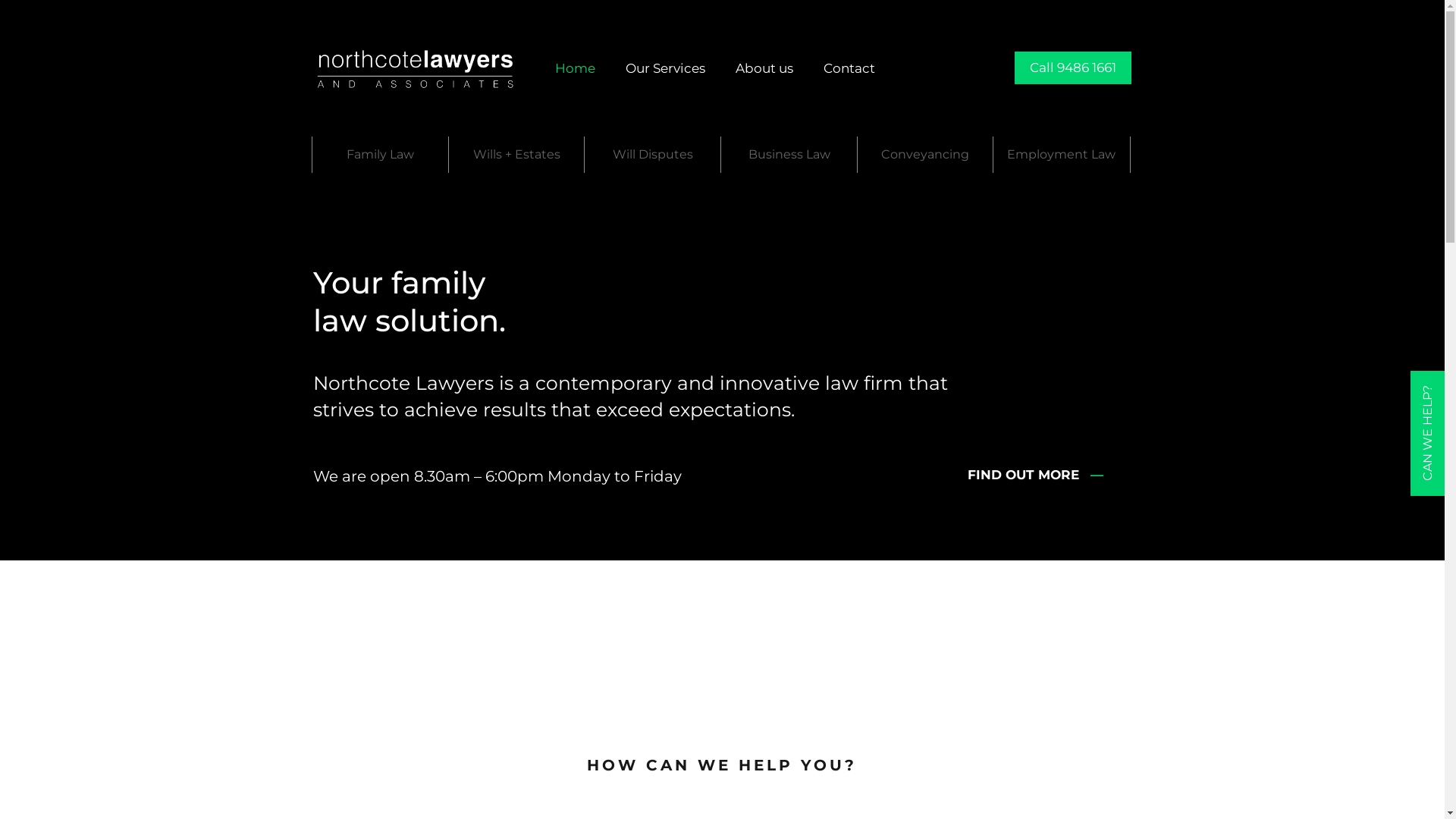 The width and height of the screenshot is (1456, 819). I want to click on 'Contact', so click(848, 67).